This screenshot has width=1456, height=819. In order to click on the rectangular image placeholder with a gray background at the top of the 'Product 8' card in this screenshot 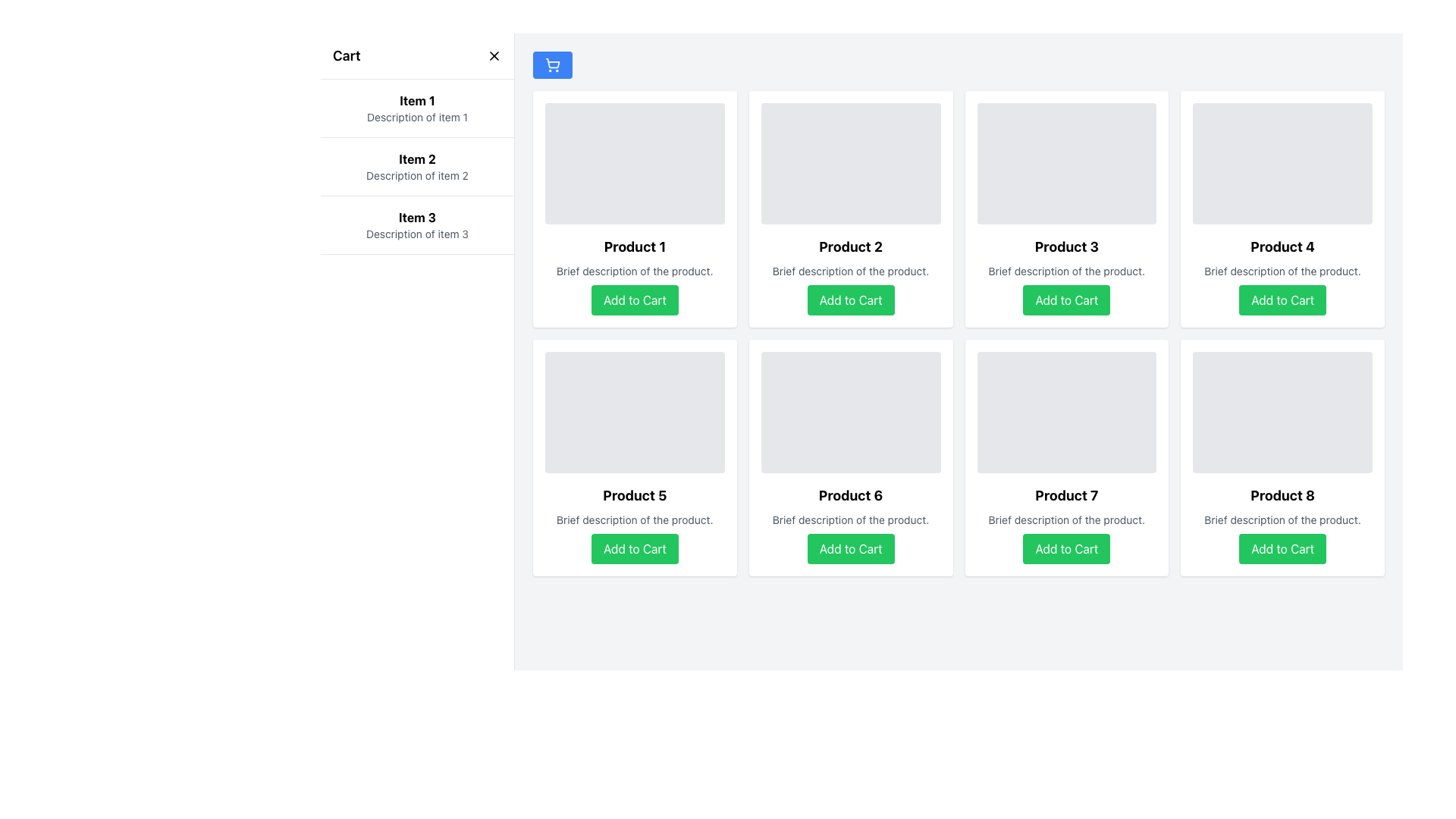, I will do `click(1282, 412)`.